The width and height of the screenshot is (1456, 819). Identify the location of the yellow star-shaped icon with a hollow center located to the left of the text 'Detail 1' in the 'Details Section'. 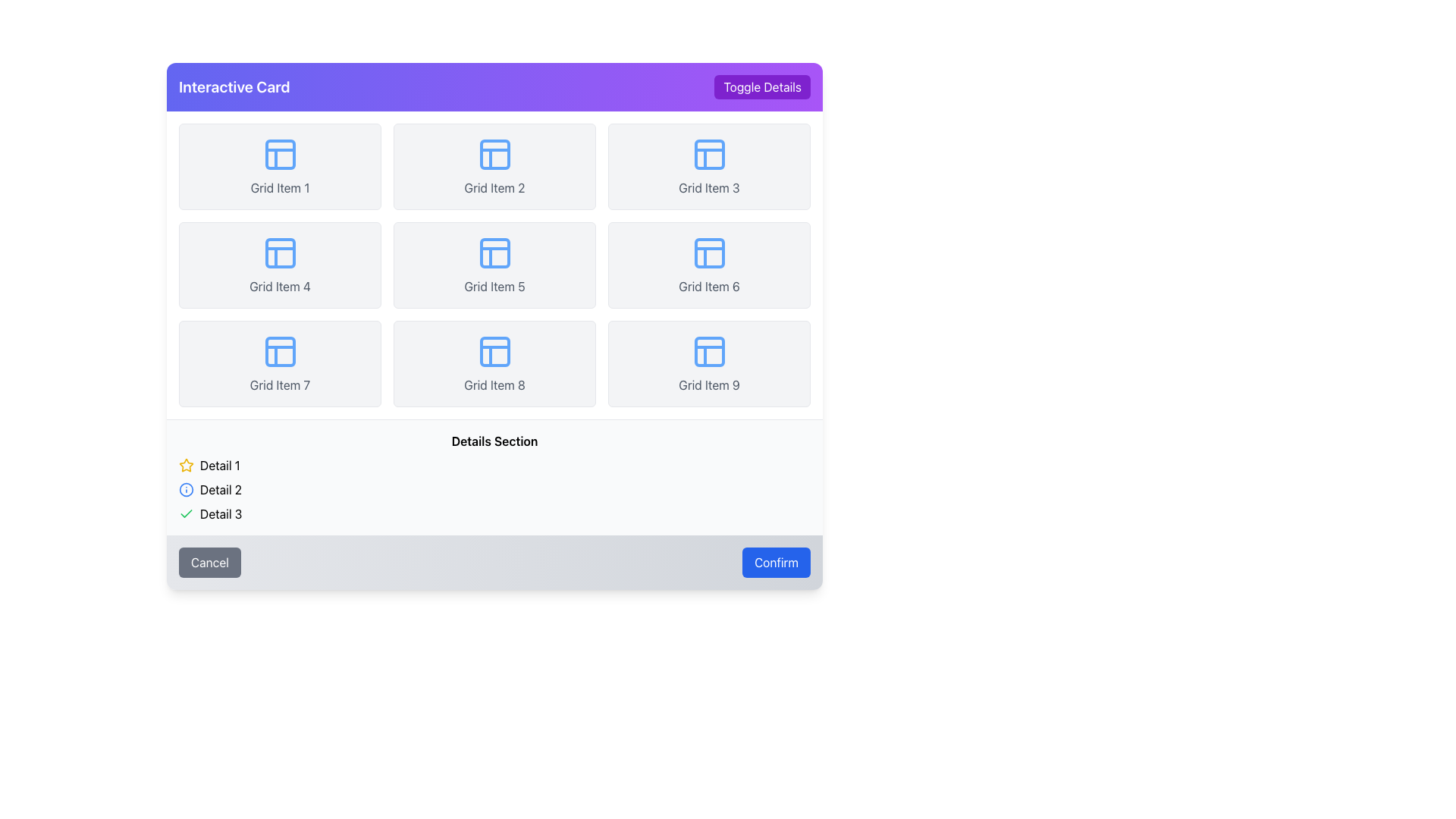
(185, 464).